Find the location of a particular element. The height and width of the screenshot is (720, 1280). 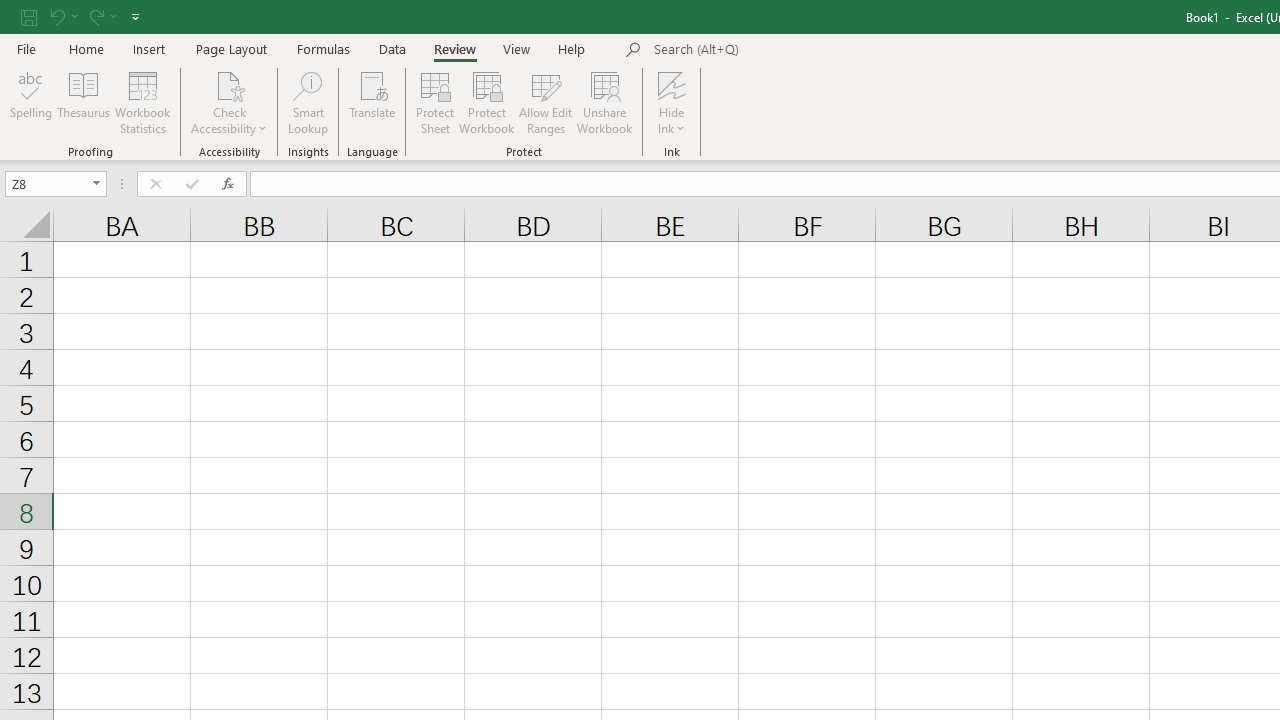

'Smart Lookup' is located at coordinates (307, 103).